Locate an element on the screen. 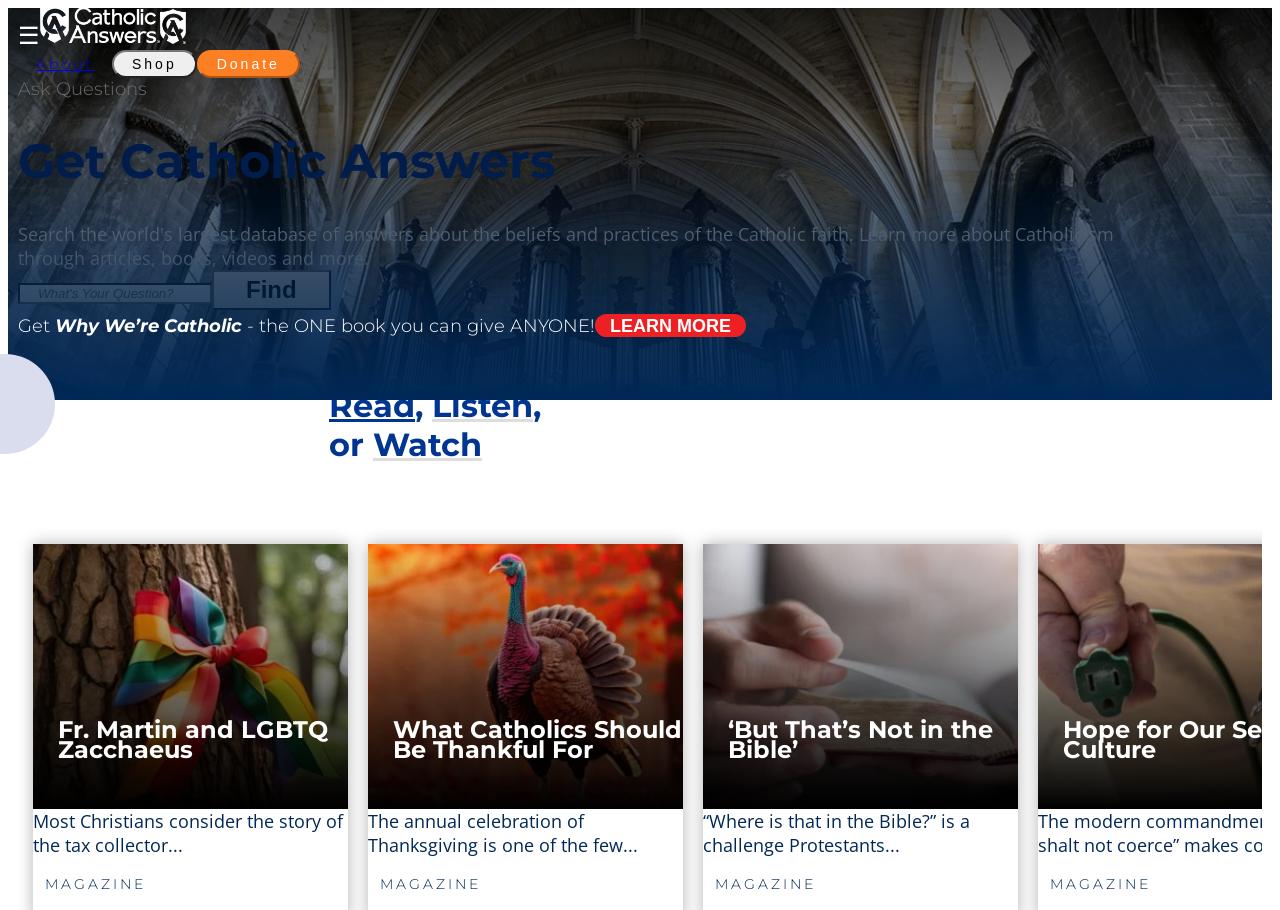 The width and height of the screenshot is (1280, 910). 'About' is located at coordinates (65, 62).